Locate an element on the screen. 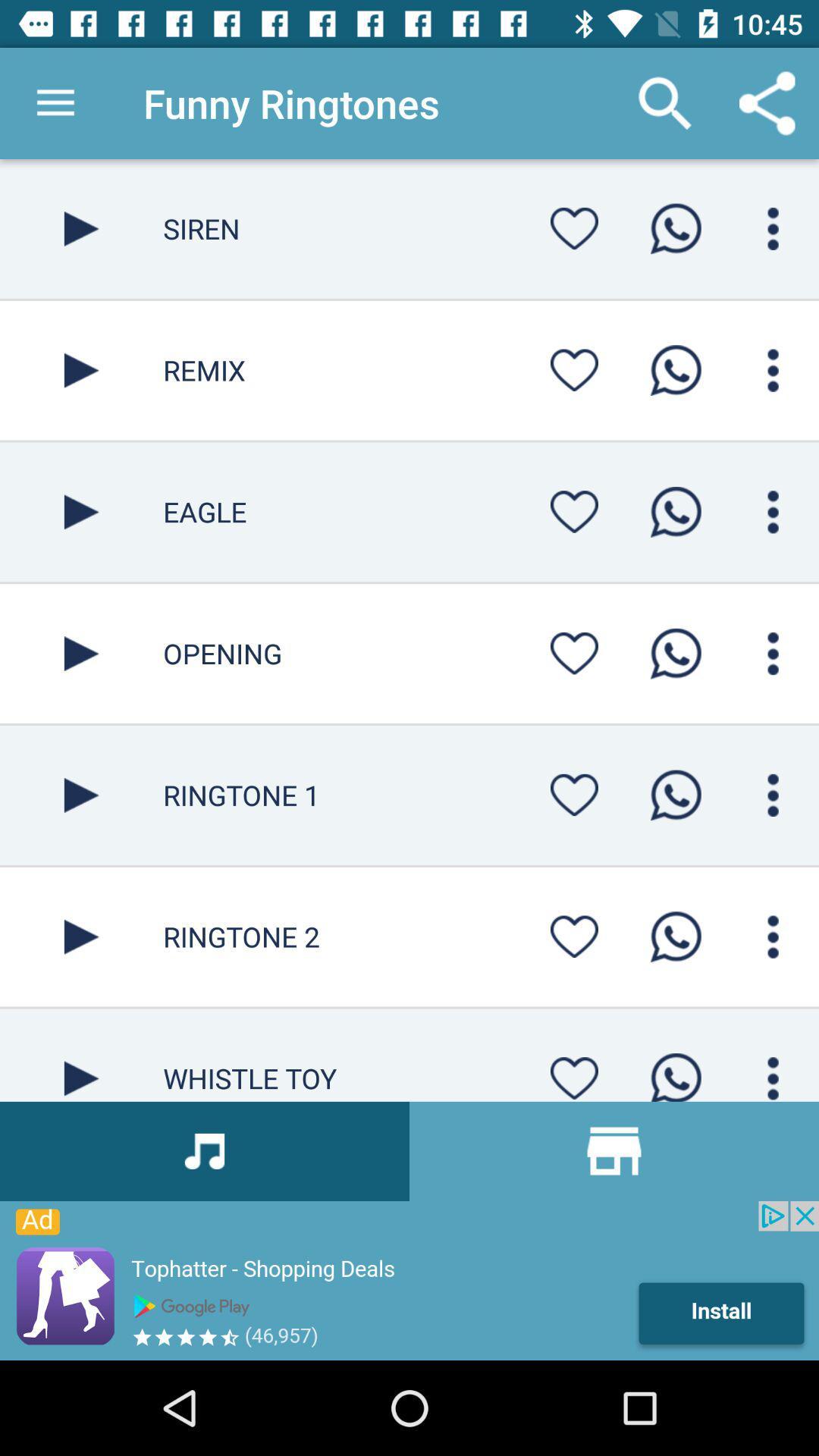 The height and width of the screenshot is (1456, 819). music play the option is located at coordinates (81, 936).